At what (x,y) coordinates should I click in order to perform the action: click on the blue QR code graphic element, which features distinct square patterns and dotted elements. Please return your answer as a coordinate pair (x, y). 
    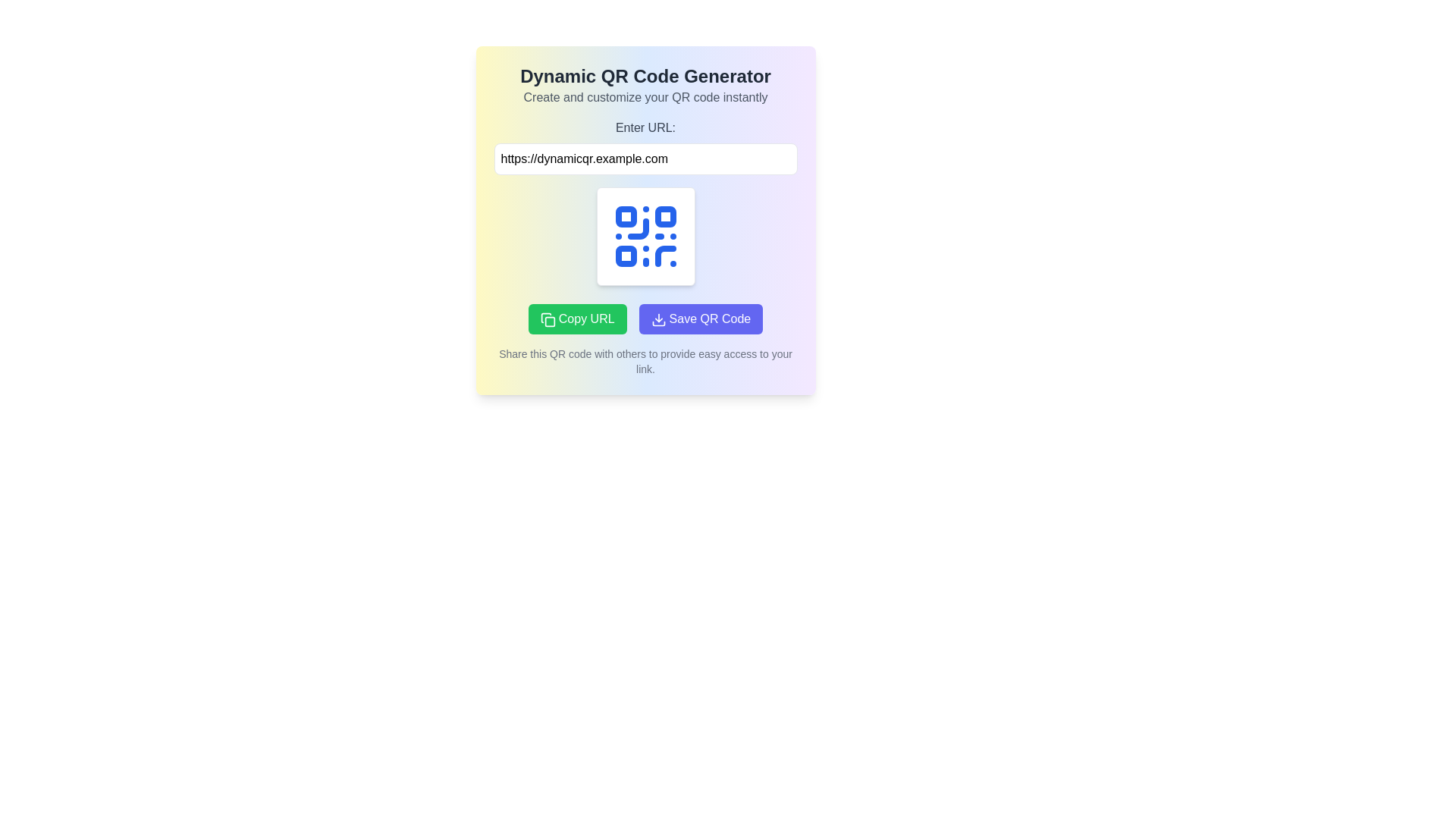
    Looking at the image, I should click on (645, 237).